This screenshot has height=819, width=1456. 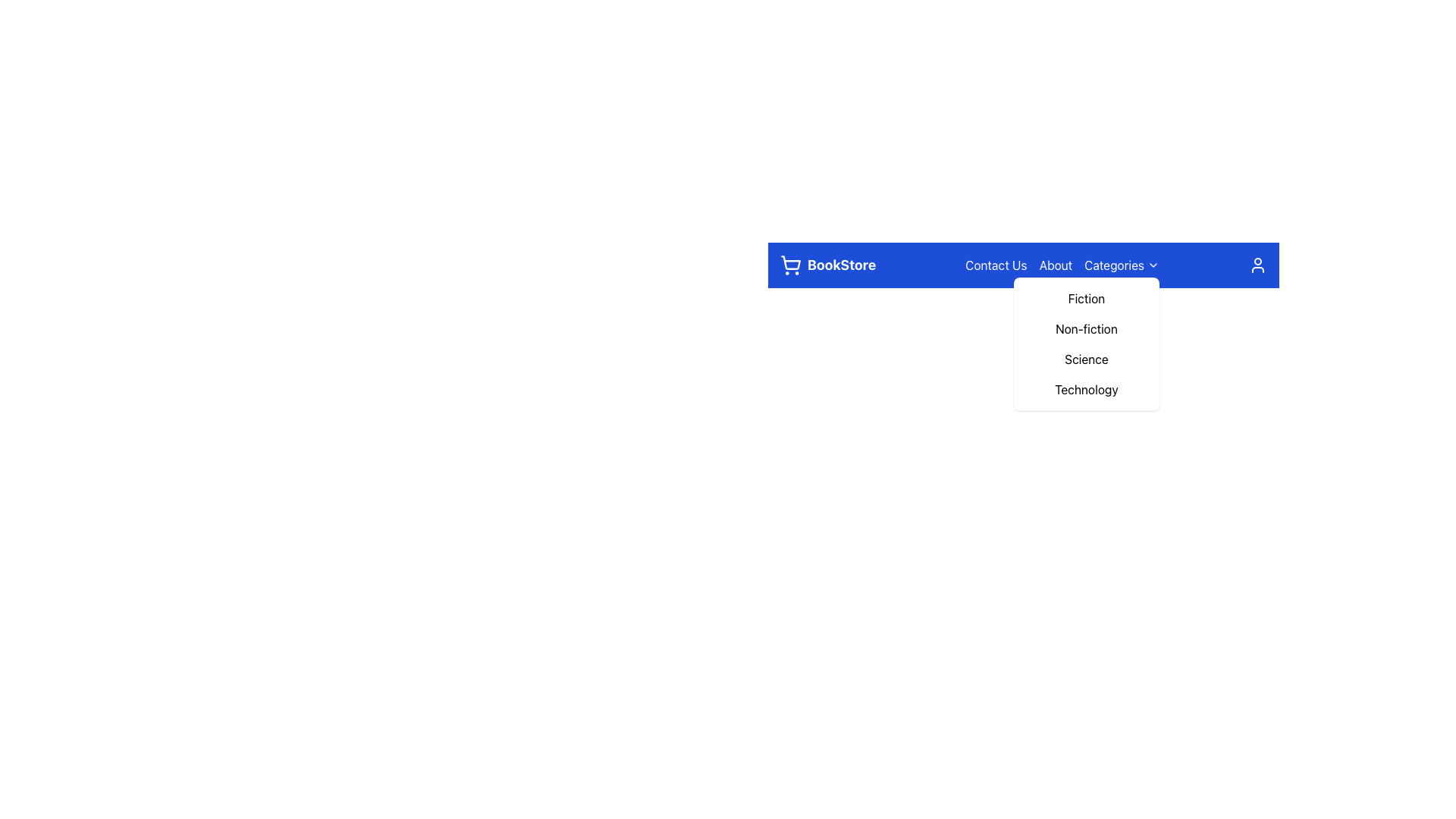 What do you see at coordinates (1258, 265) in the screenshot?
I see `the user profile button located at the far right of the horizontal navigation bar, next to the 'Categories' menu item` at bounding box center [1258, 265].